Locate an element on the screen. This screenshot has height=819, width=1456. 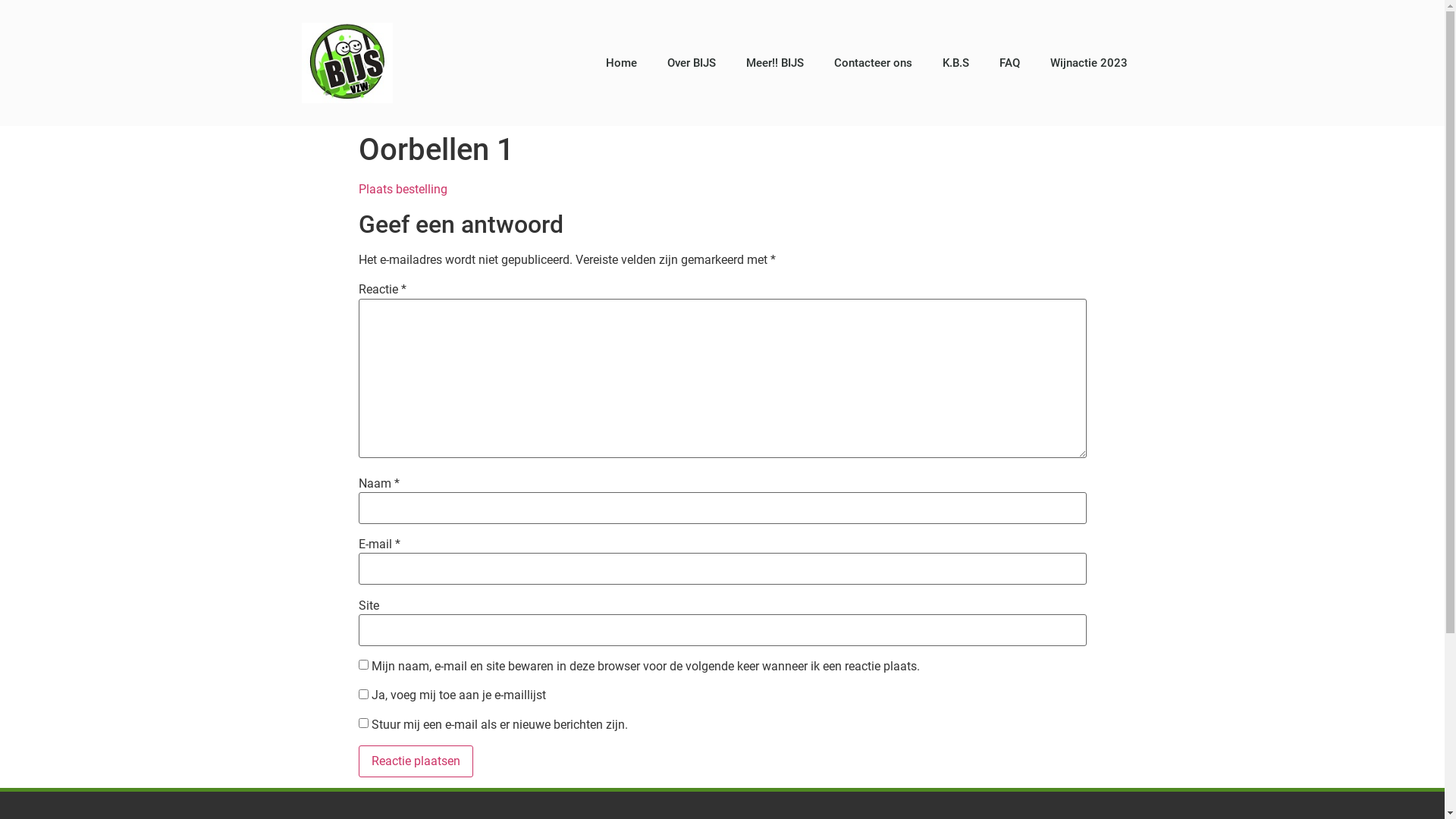
'Meer!! BIJS' is located at coordinates (731, 62).